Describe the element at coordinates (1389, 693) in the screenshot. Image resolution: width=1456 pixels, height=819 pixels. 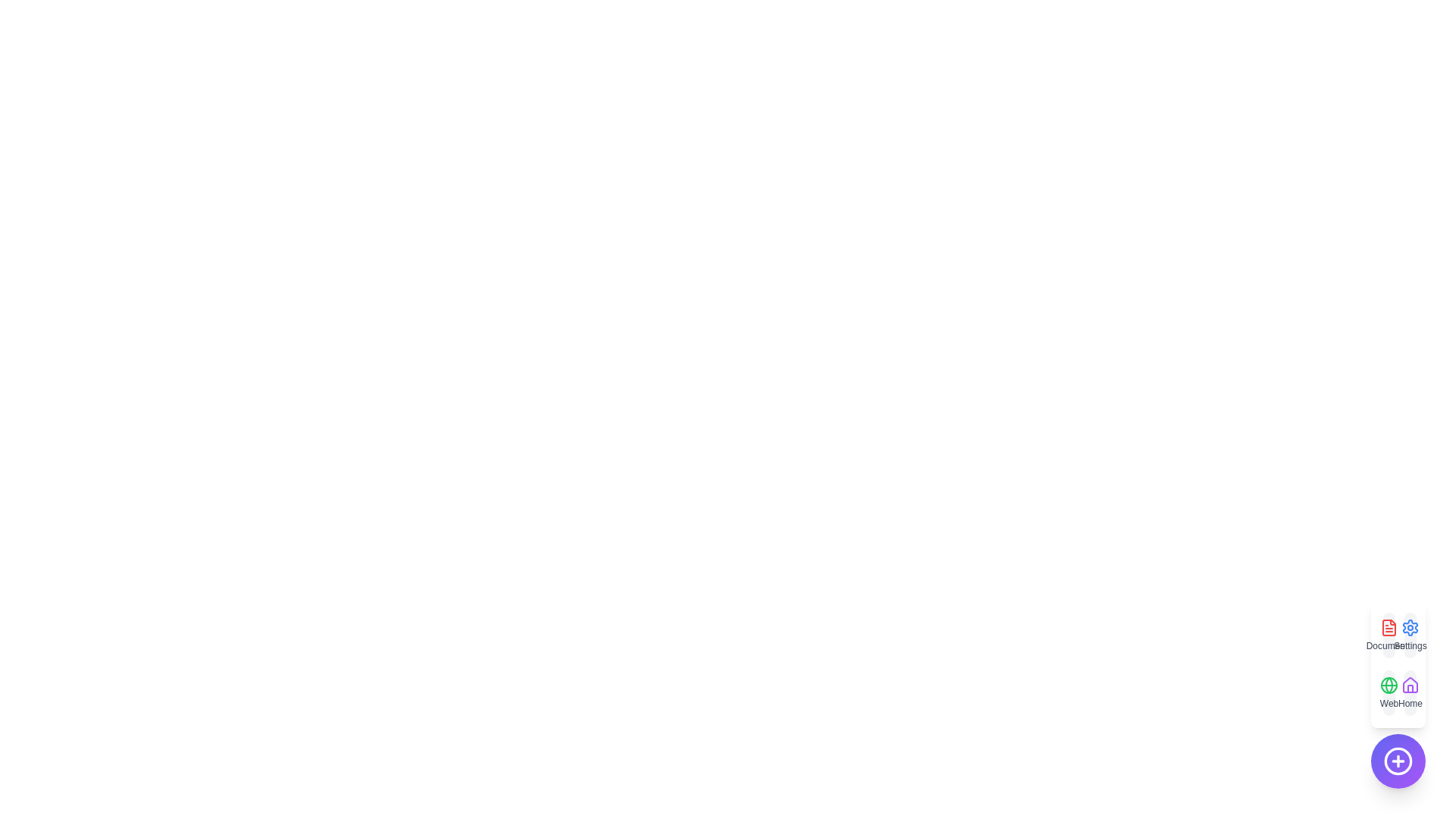
I see `the Web option in the EnhancedSpeedDial component` at that location.